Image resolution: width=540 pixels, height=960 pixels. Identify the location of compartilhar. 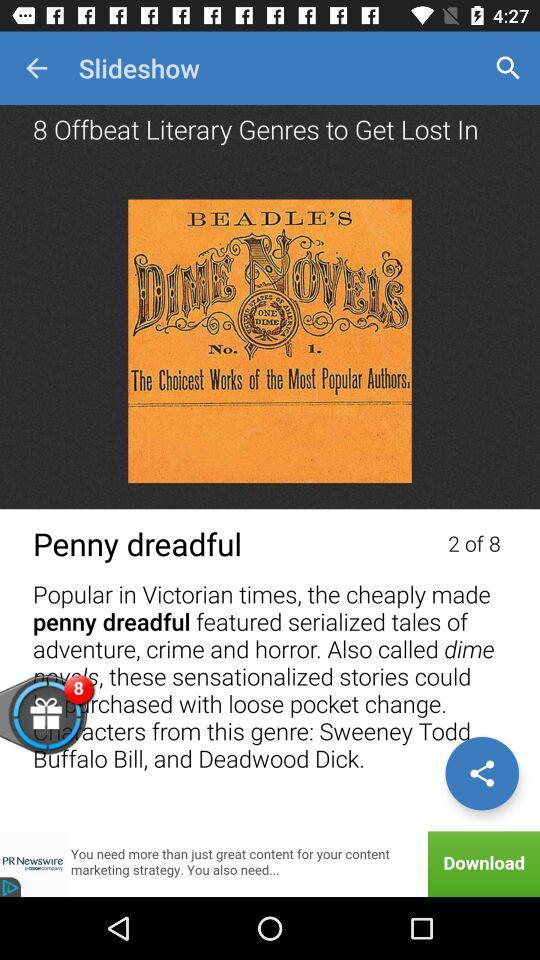
(481, 772).